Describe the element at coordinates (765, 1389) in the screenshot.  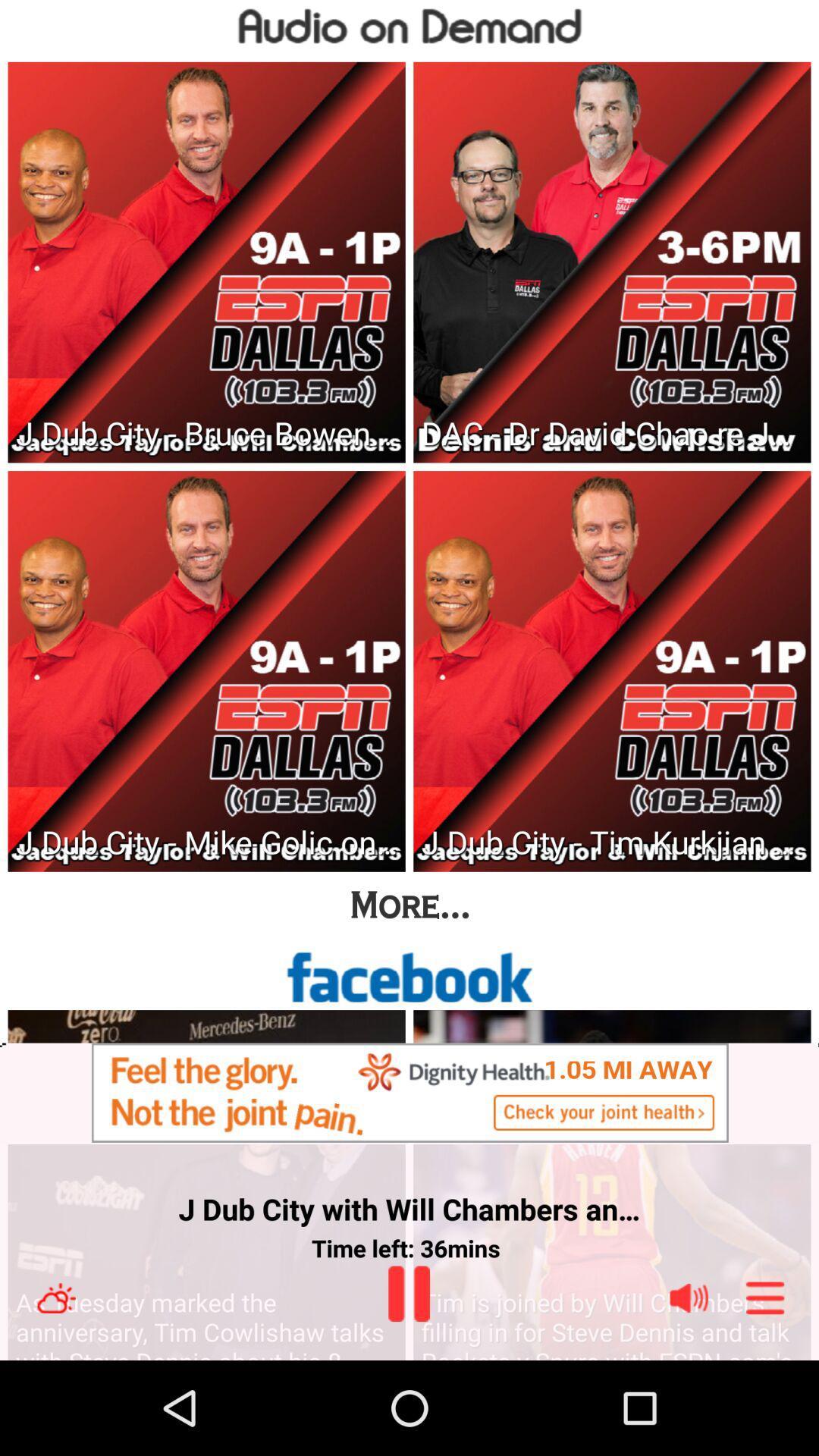
I see `the menu icon` at that location.